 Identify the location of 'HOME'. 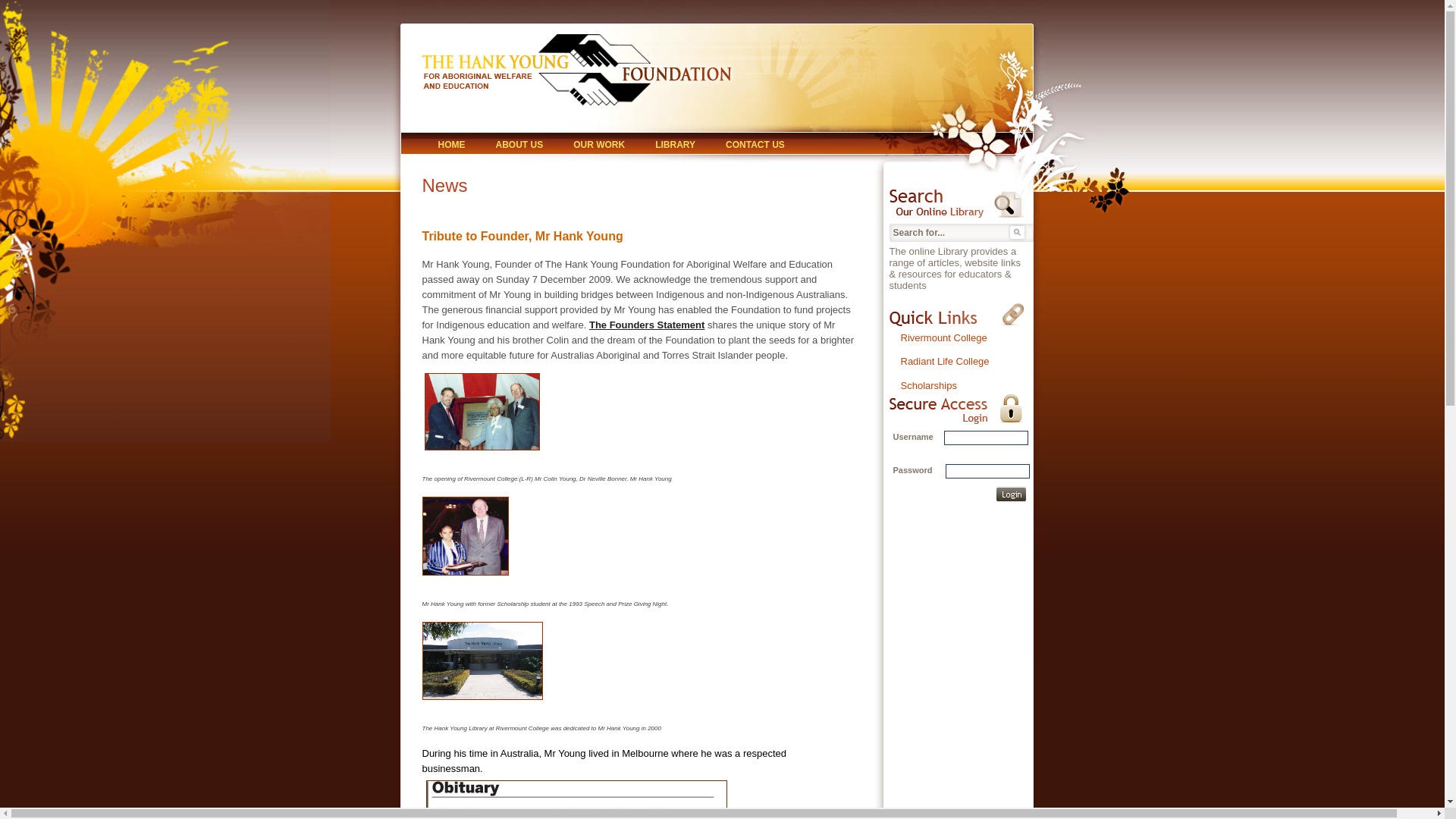
(422, 145).